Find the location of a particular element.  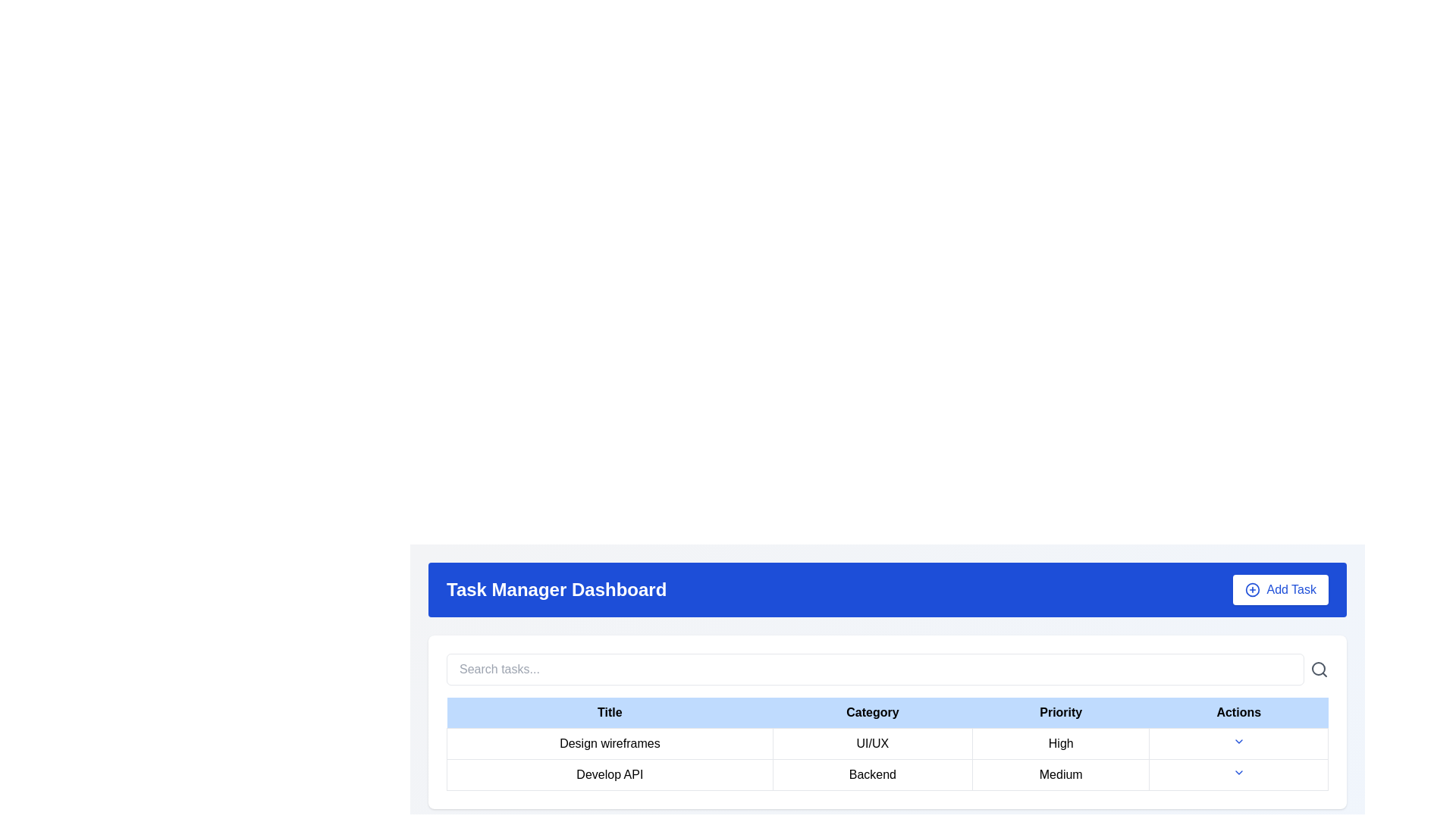

the second row of the table to interact with the specific column related to the task entry is located at coordinates (887, 759).